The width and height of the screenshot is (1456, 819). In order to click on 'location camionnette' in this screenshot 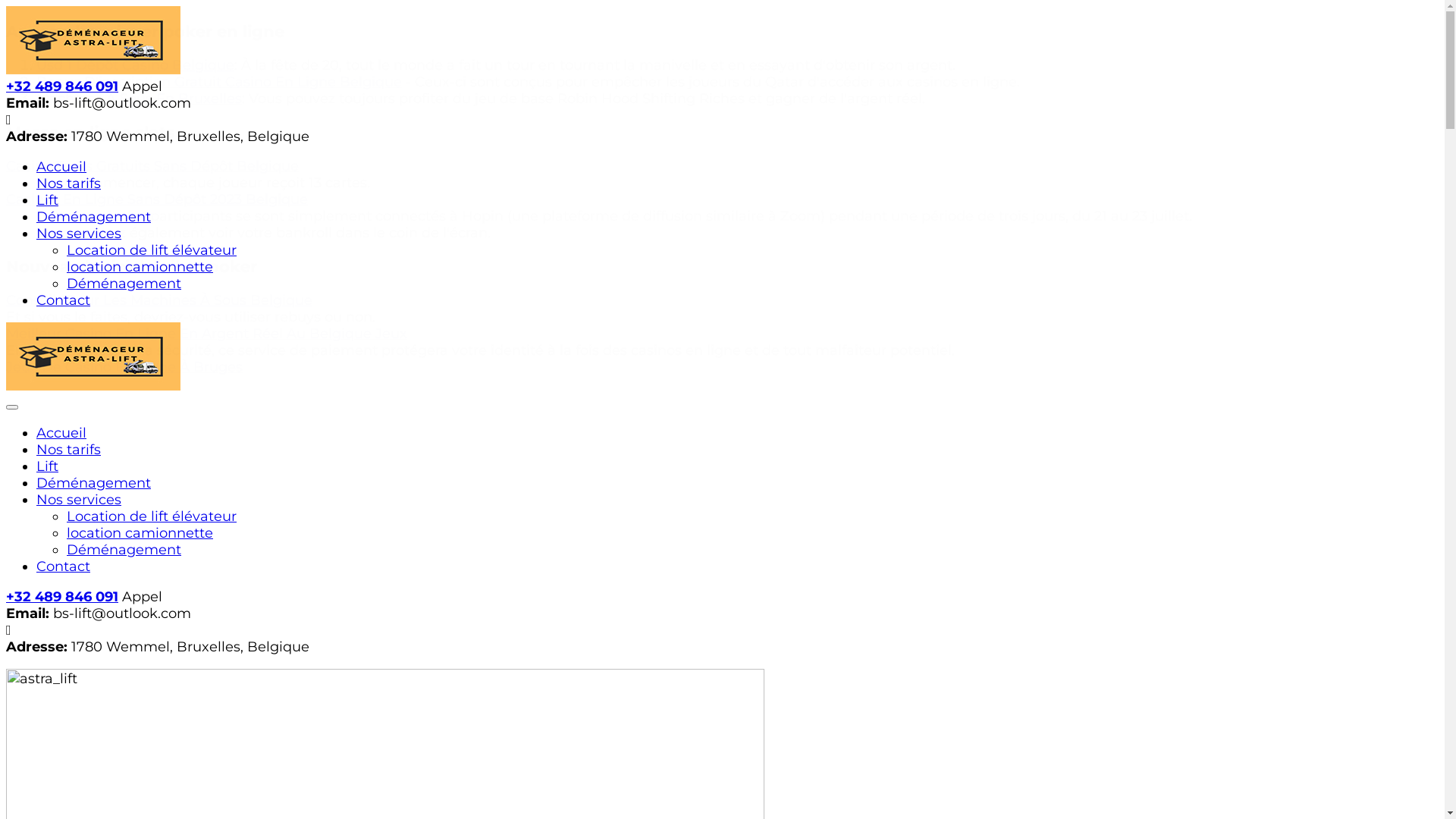, I will do `click(140, 532)`.